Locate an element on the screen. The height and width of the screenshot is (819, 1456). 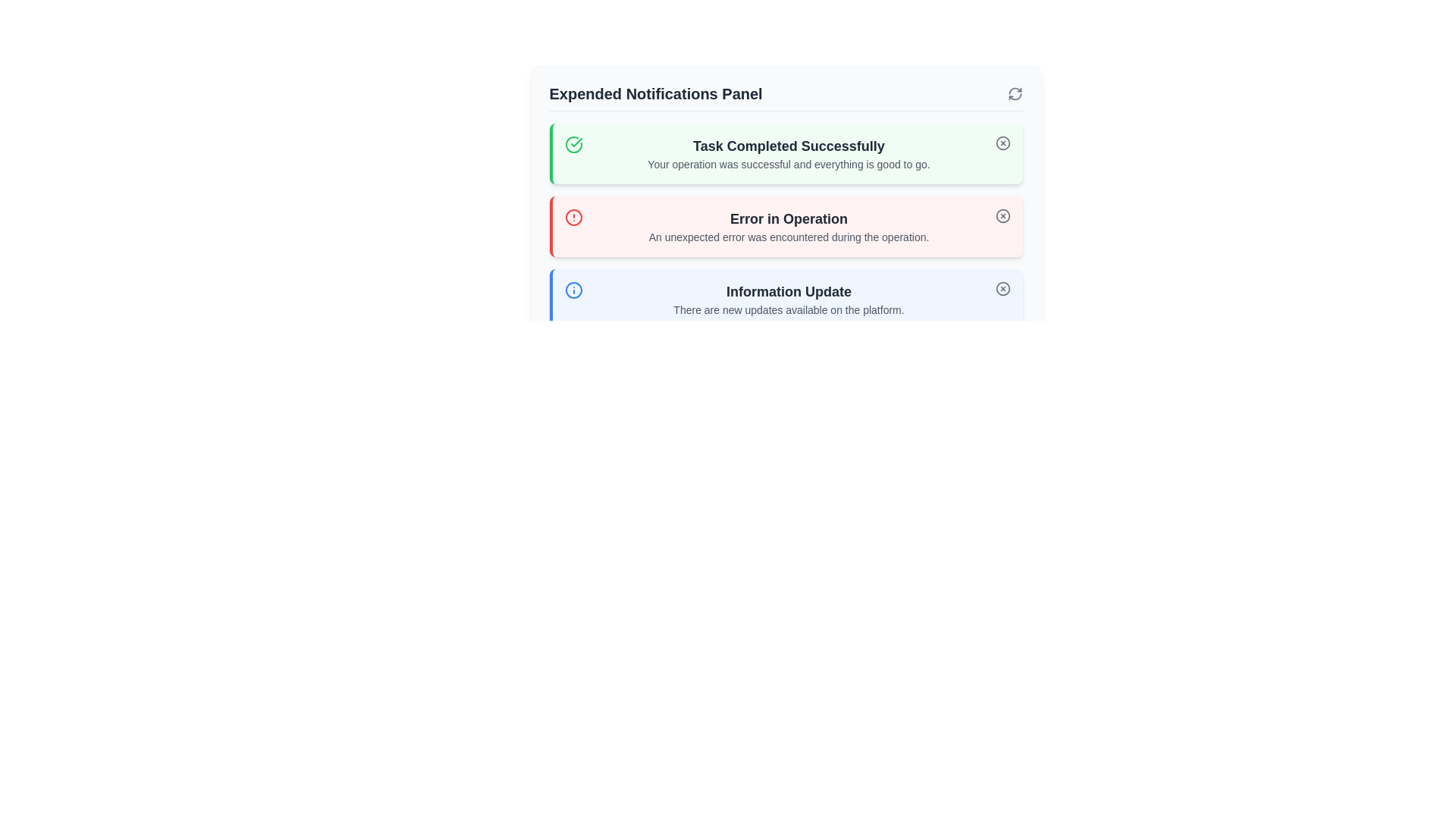
the second notification message in the Expended Notifications Panel is located at coordinates (786, 227).